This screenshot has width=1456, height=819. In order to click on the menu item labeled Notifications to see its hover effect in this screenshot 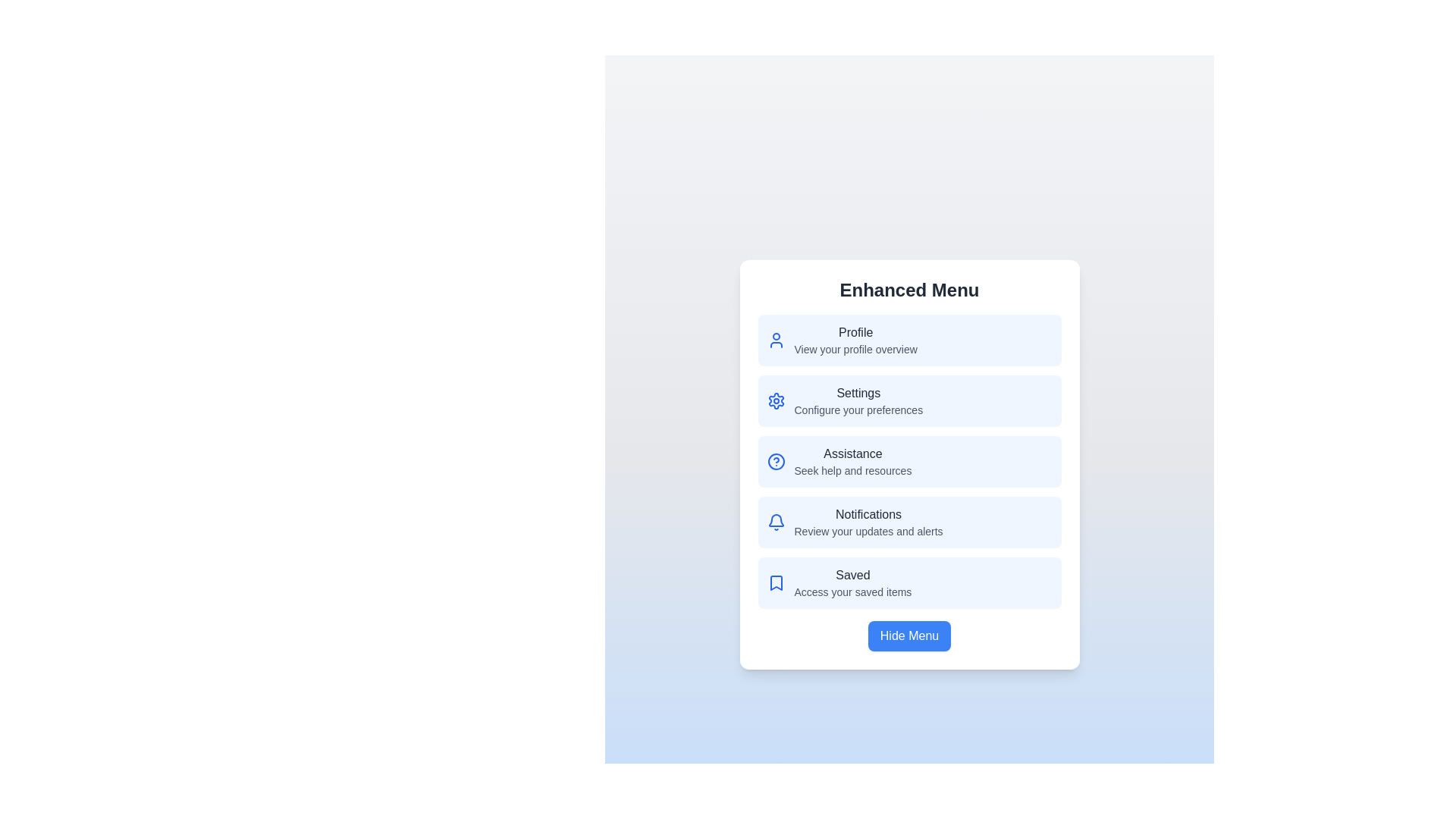, I will do `click(909, 522)`.